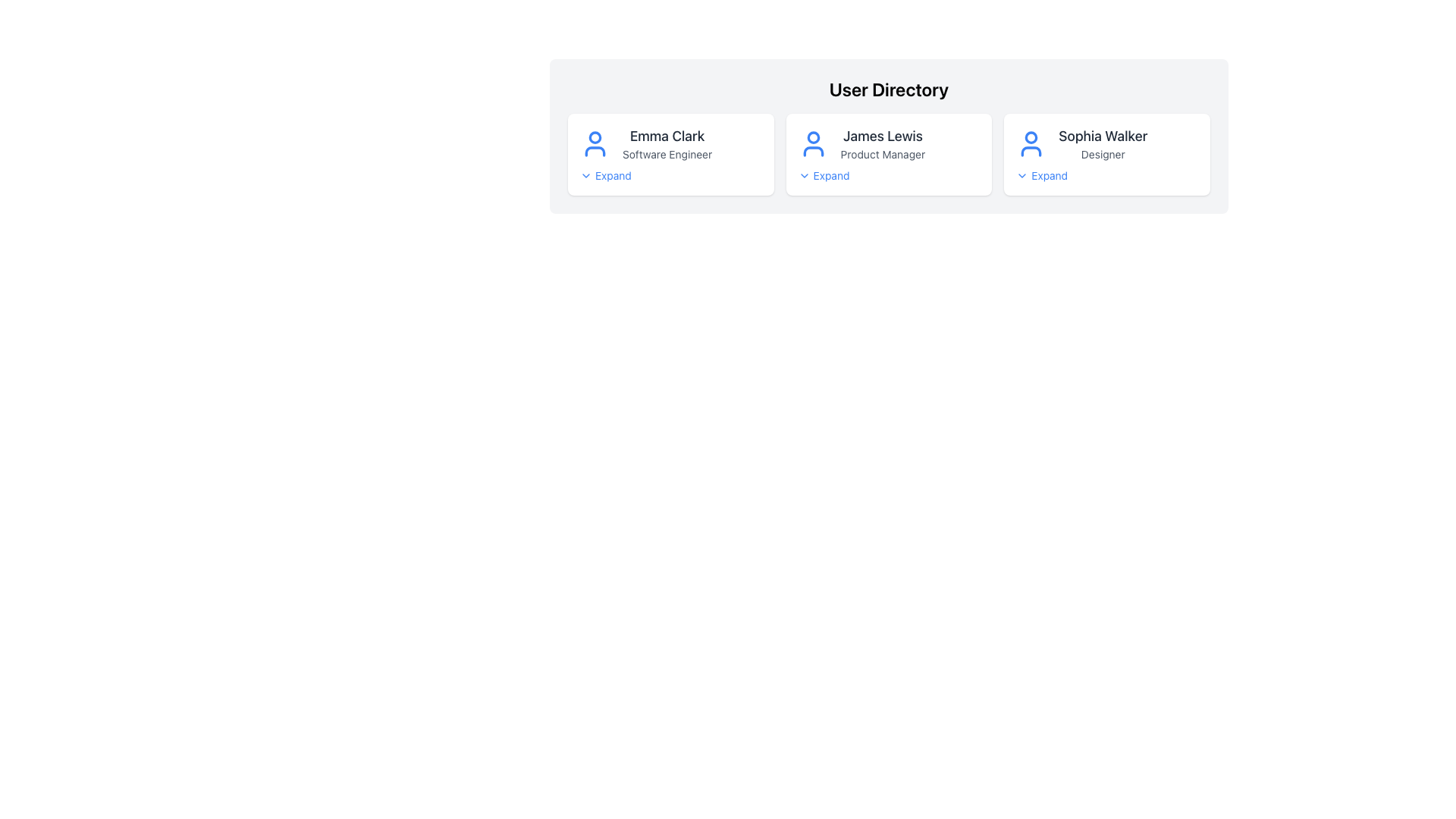 This screenshot has height=819, width=1456. I want to click on the user icon depicting 'Sophia Walker', which is styled in blue and located at the top-left corner of her card, so click(1031, 143).